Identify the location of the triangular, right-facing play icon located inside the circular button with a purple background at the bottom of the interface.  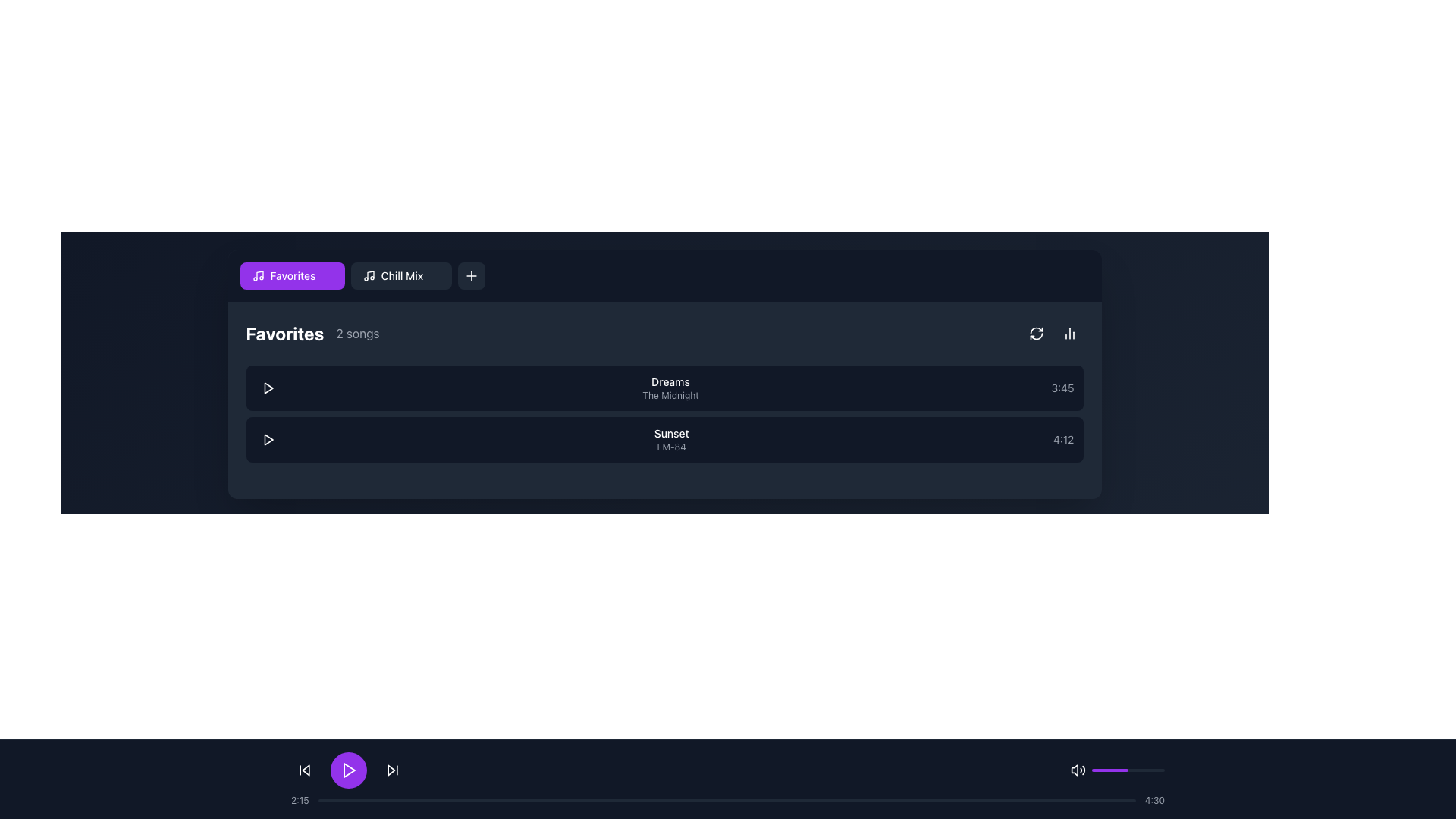
(348, 770).